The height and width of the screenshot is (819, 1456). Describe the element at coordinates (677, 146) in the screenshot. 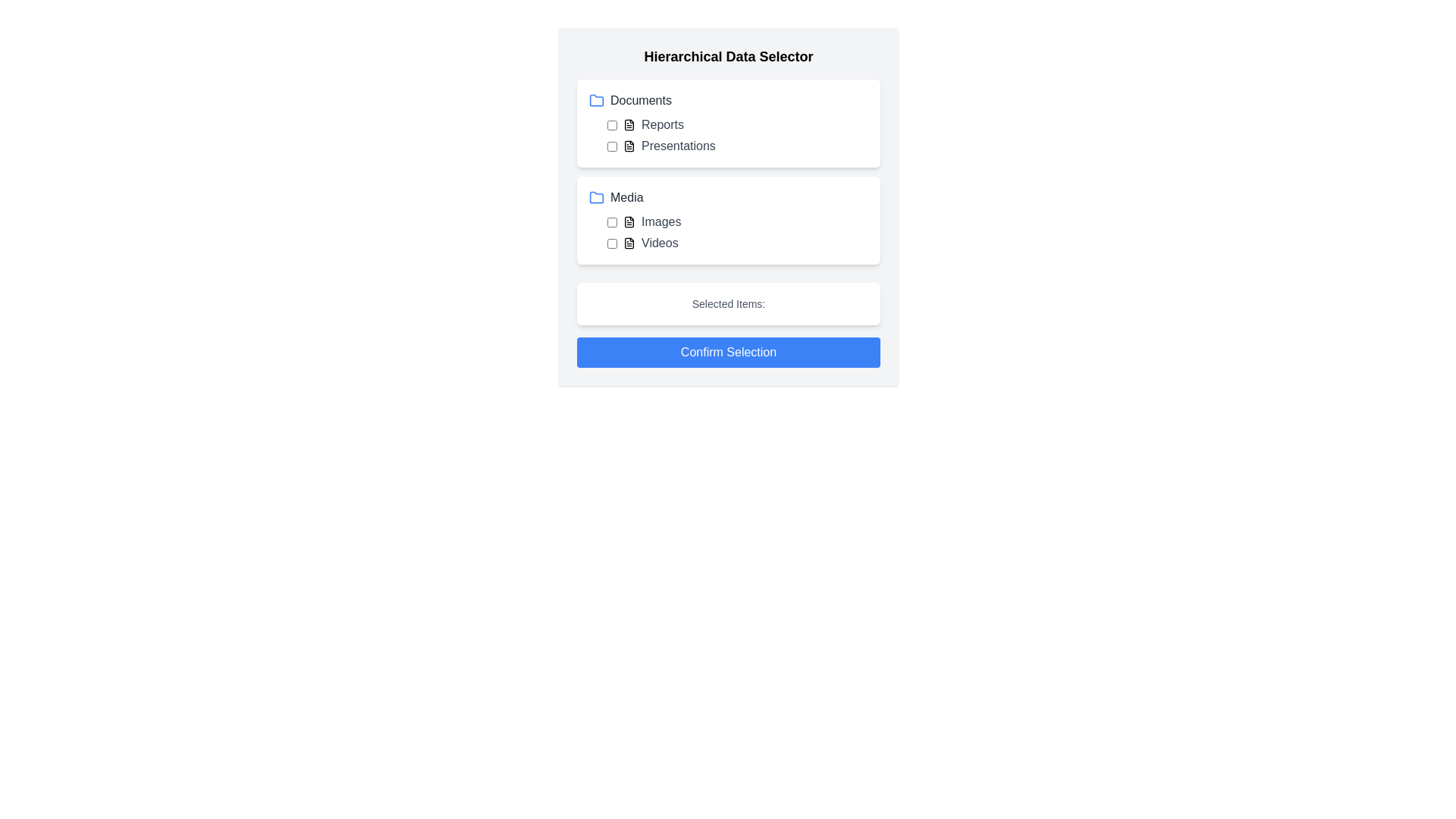

I see `the text label displaying 'Presentations', which is styled in gray and positioned under the 'Documents' category, next to similar items like 'Reports'` at that location.